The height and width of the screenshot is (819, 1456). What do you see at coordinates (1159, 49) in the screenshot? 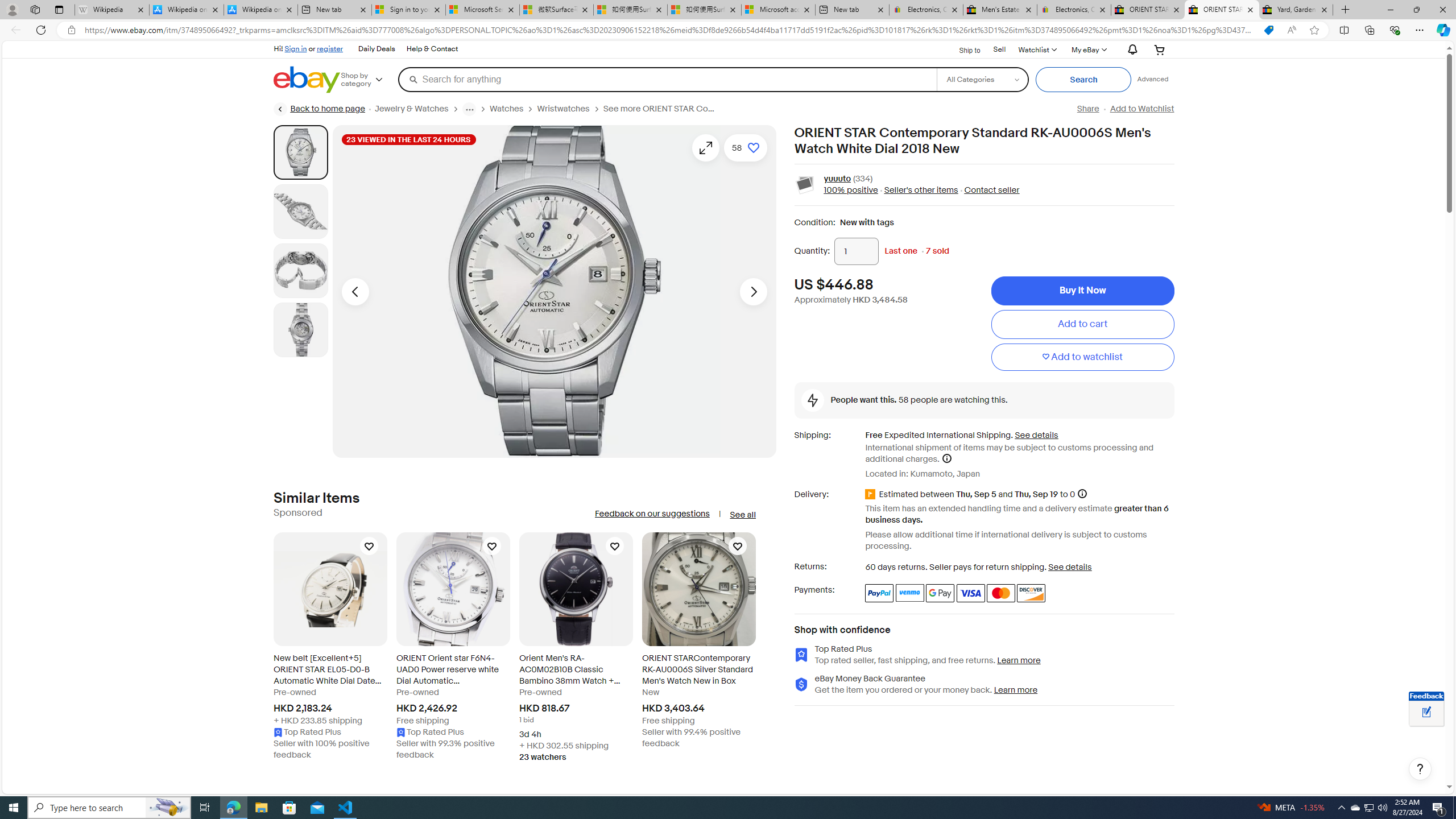
I see `'Your shopping cart'` at bounding box center [1159, 49].